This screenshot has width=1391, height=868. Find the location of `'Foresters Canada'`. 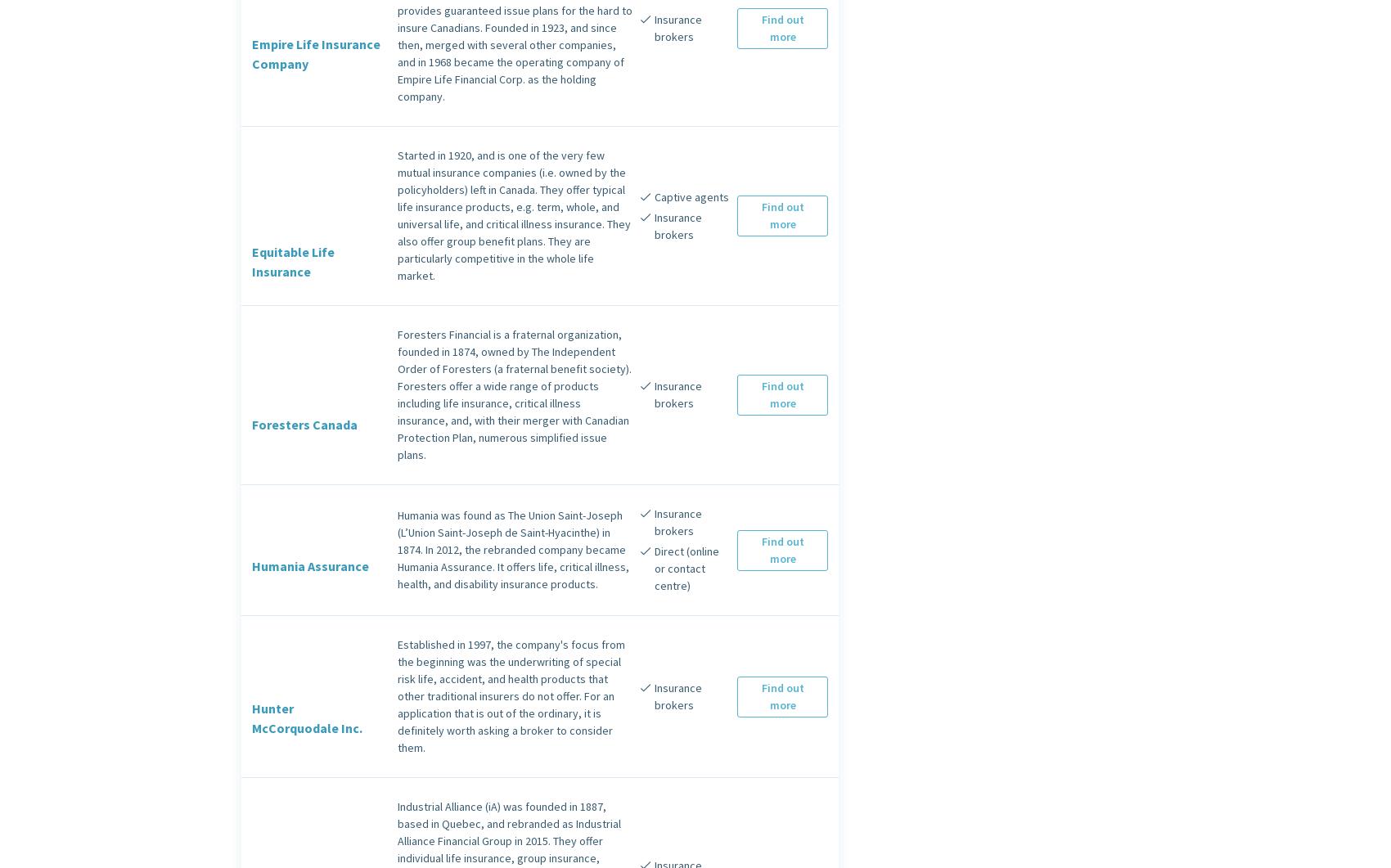

'Foresters Canada' is located at coordinates (304, 425).